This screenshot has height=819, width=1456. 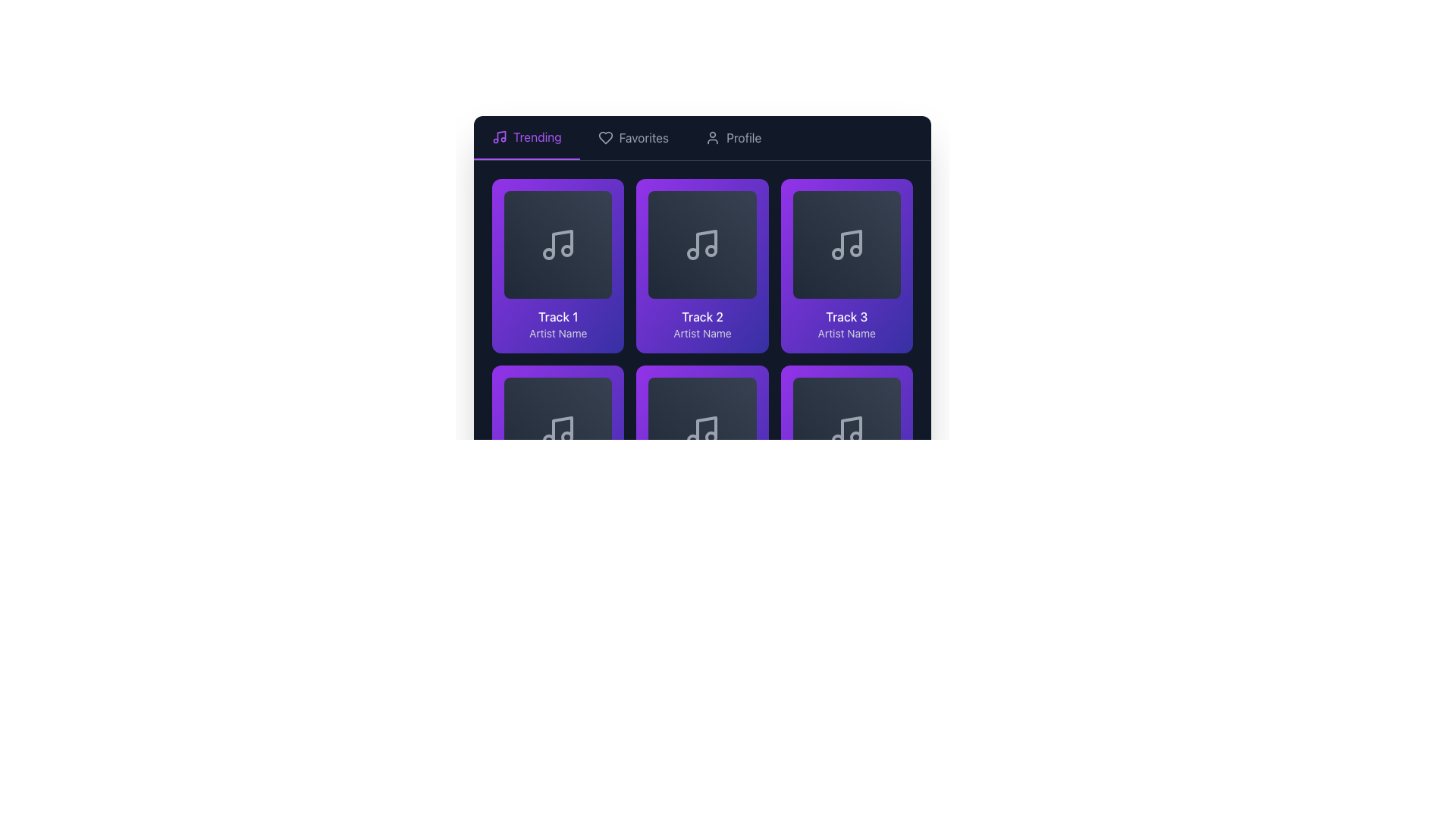 What do you see at coordinates (846, 452) in the screenshot?
I see `the song selection card` at bounding box center [846, 452].